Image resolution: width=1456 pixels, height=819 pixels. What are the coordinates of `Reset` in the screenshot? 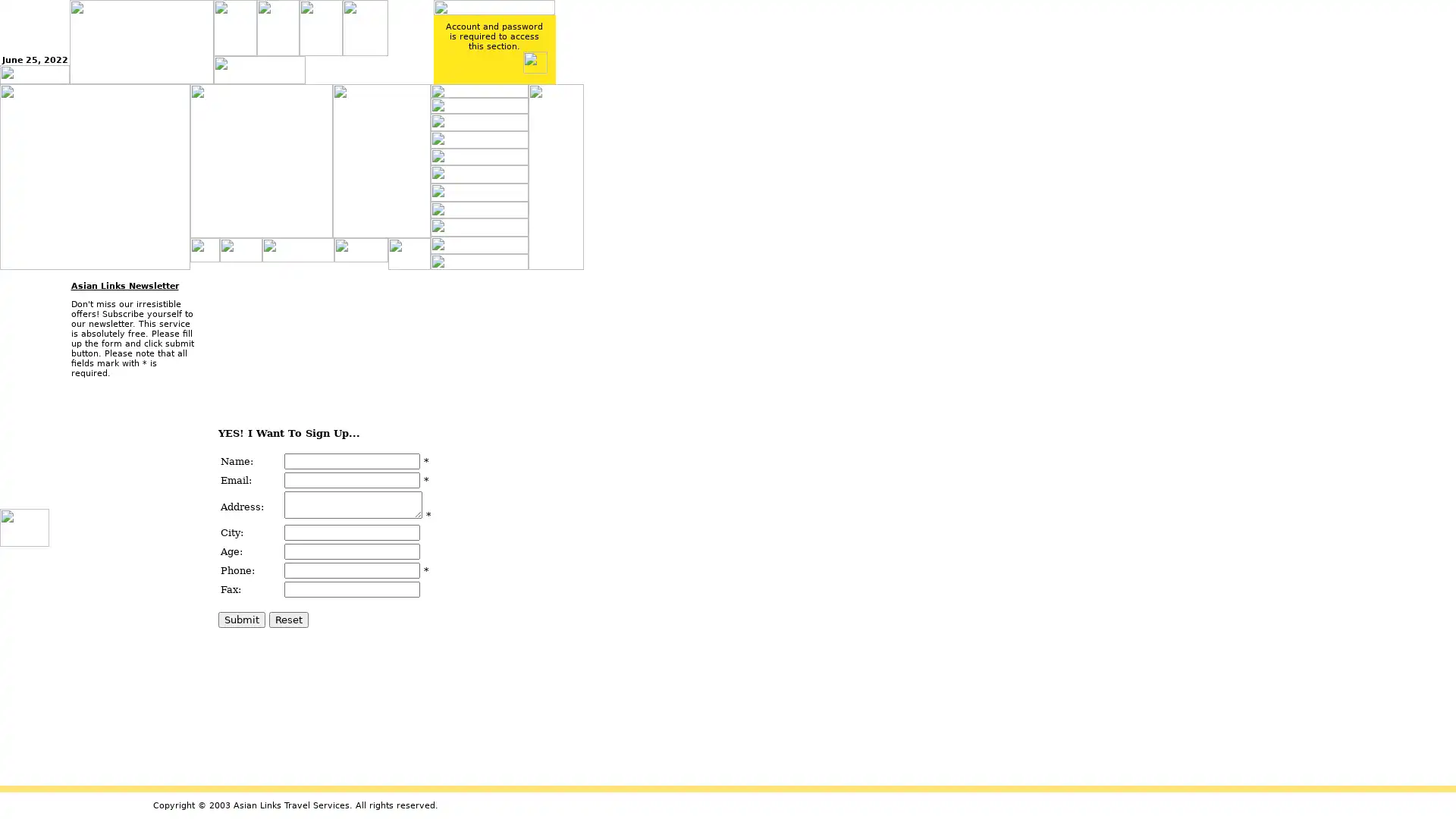 It's located at (288, 620).